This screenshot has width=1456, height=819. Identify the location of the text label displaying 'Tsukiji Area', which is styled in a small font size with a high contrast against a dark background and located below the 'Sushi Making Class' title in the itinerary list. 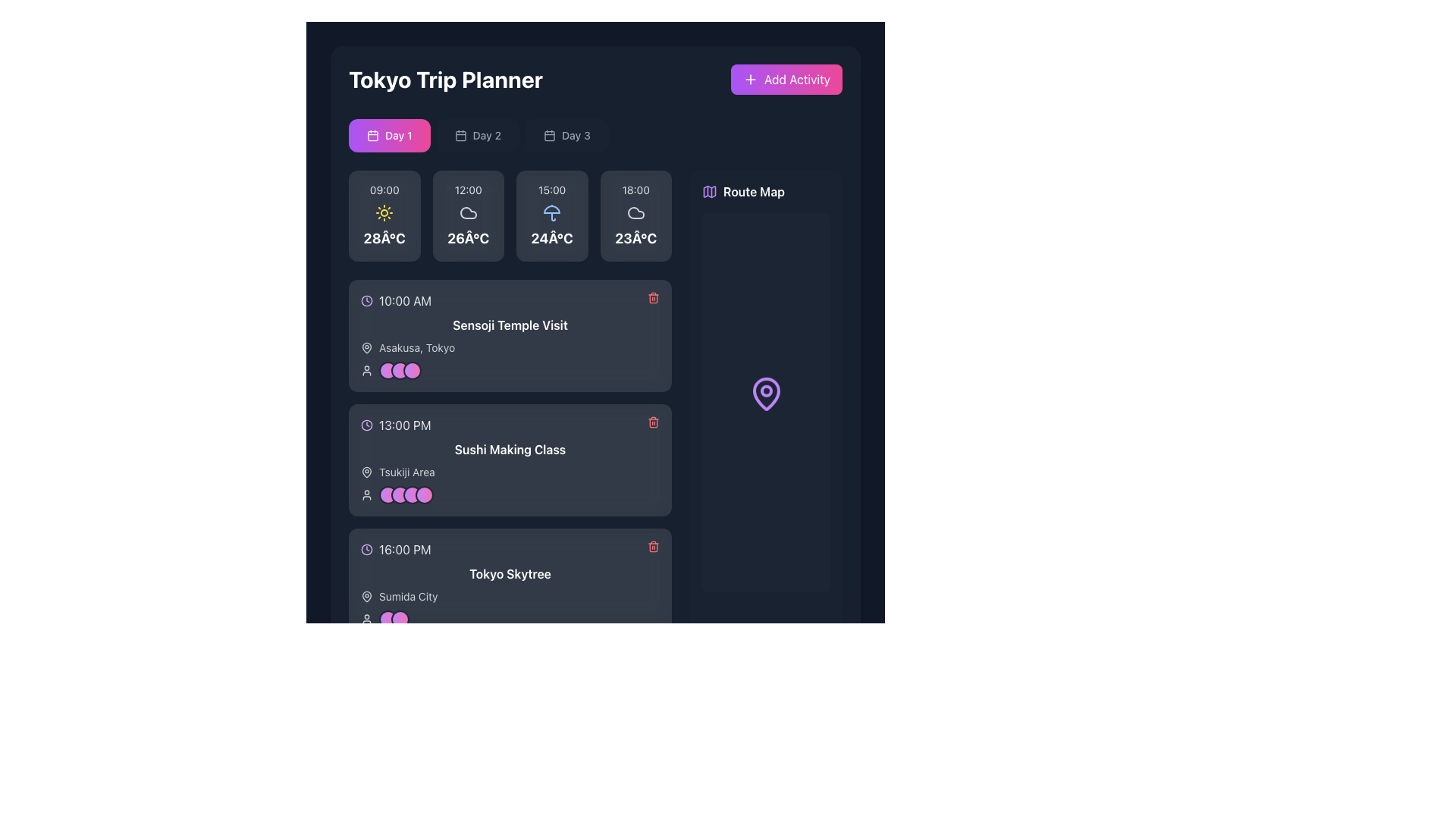
(406, 472).